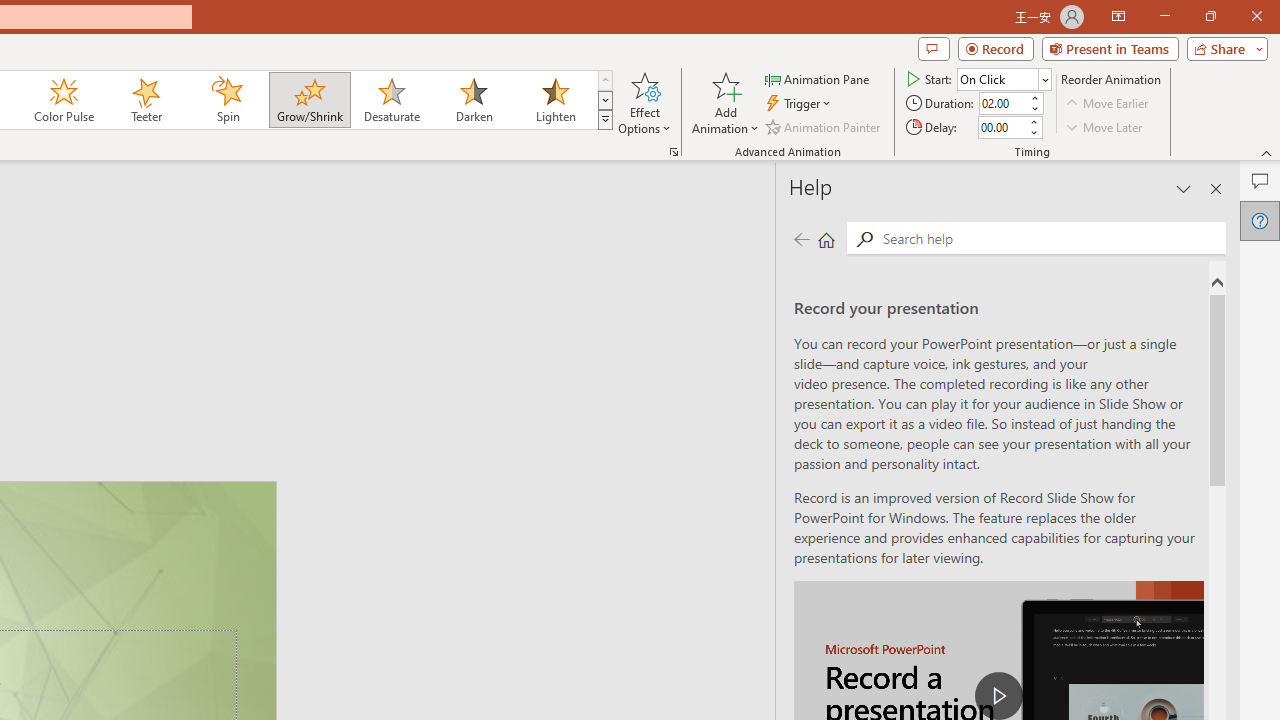 This screenshot has height=720, width=1280. I want to click on 'Effect Options', so click(645, 103).